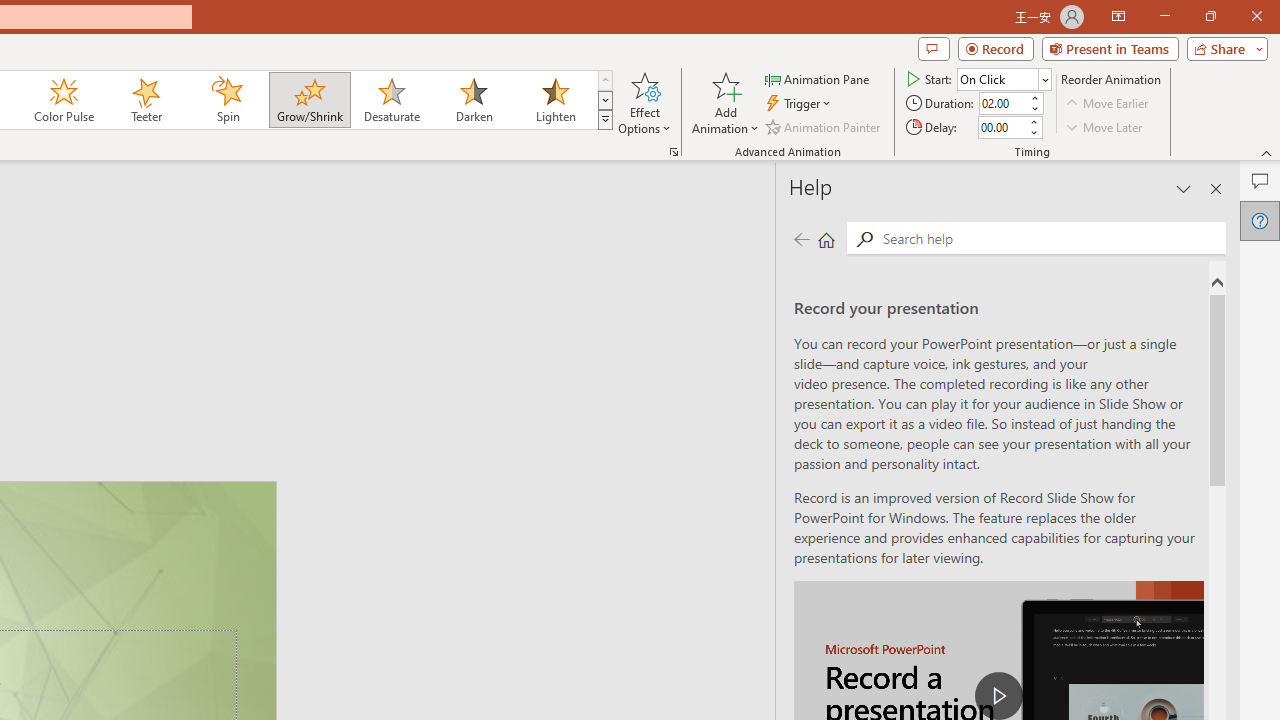 This screenshot has height=720, width=1280. I want to click on 'Effect Options', so click(645, 103).